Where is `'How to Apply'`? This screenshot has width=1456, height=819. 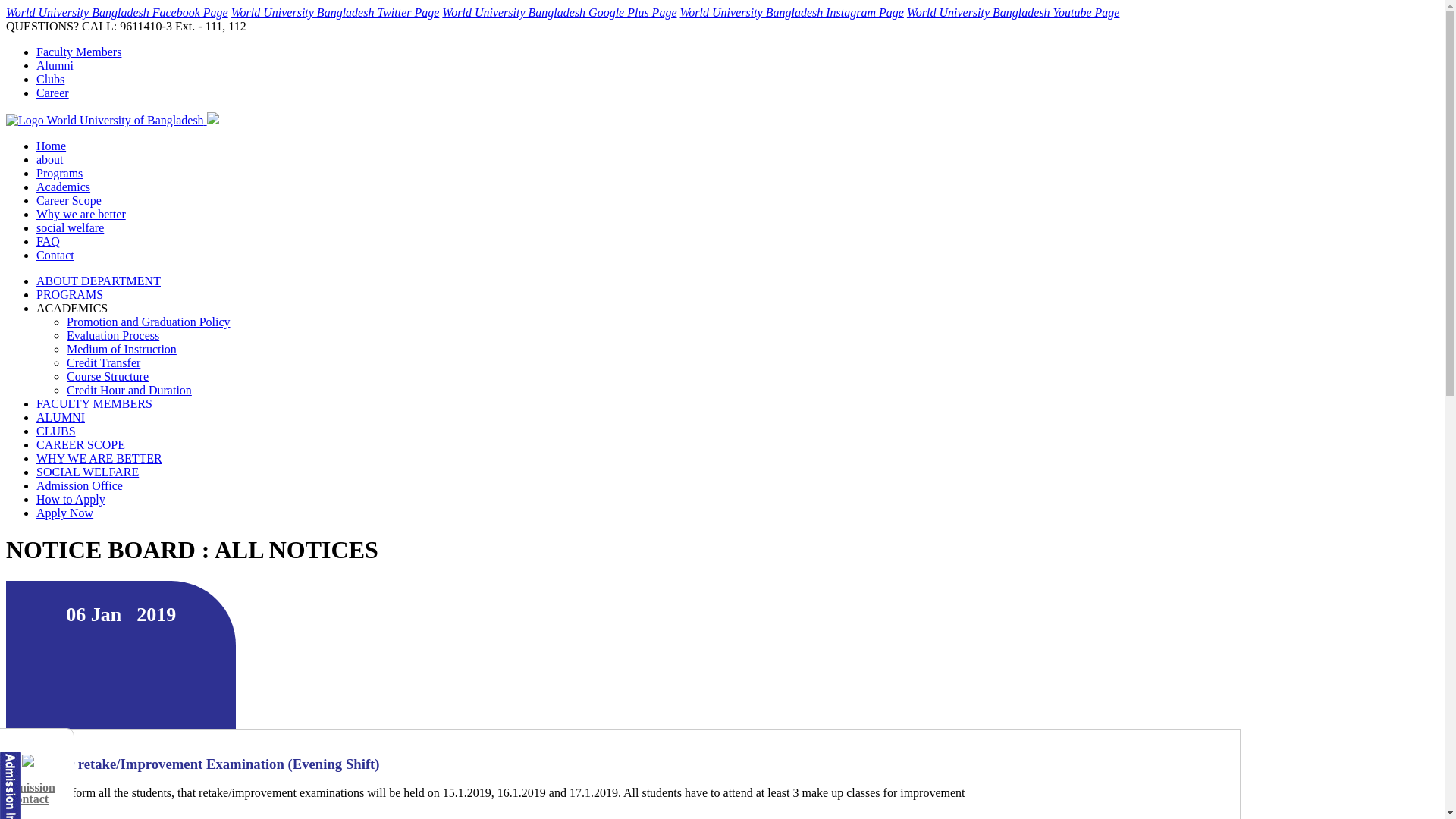
'How to Apply' is located at coordinates (70, 499).